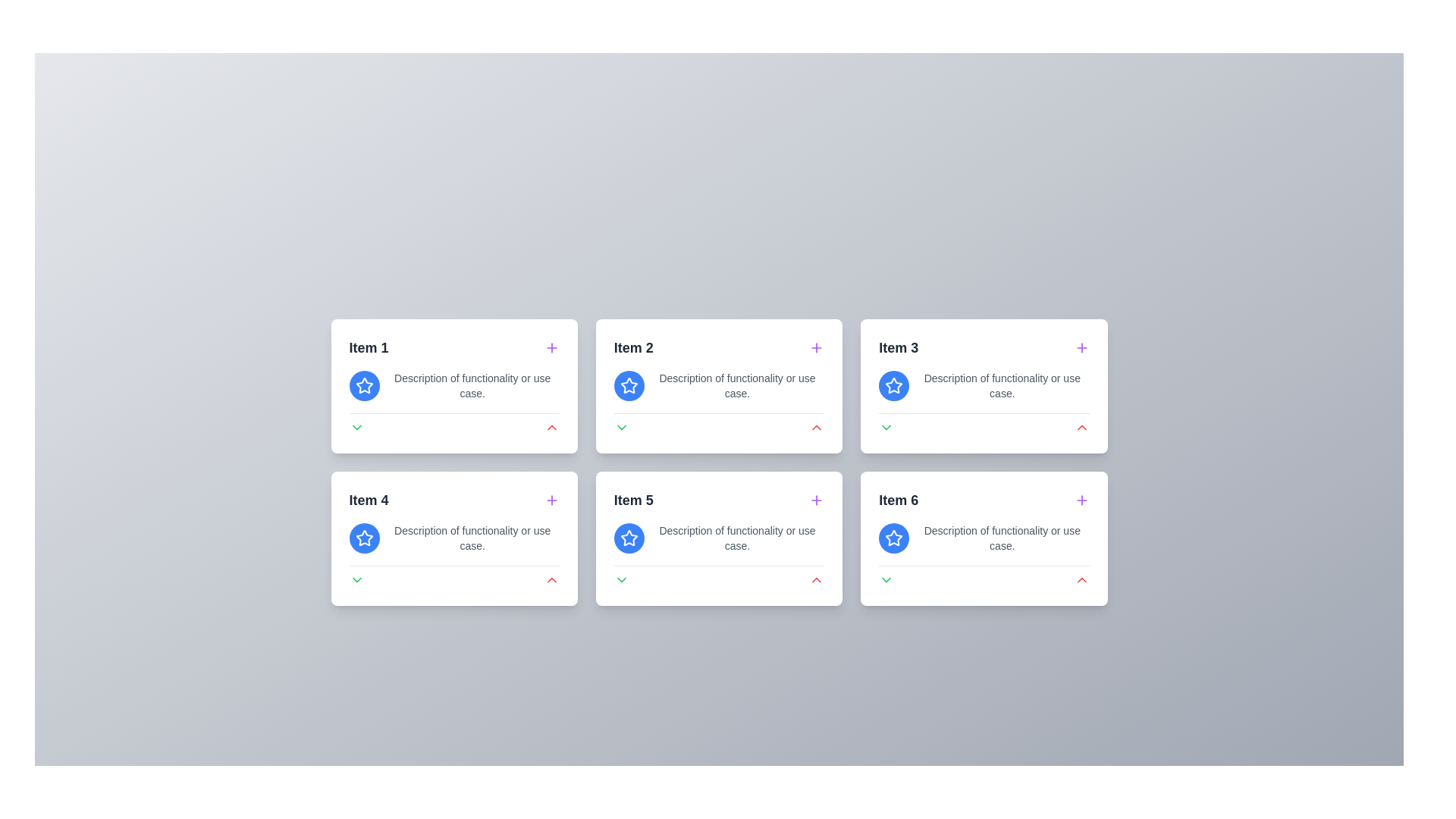  I want to click on the text label displaying 'Item 2', so click(633, 348).